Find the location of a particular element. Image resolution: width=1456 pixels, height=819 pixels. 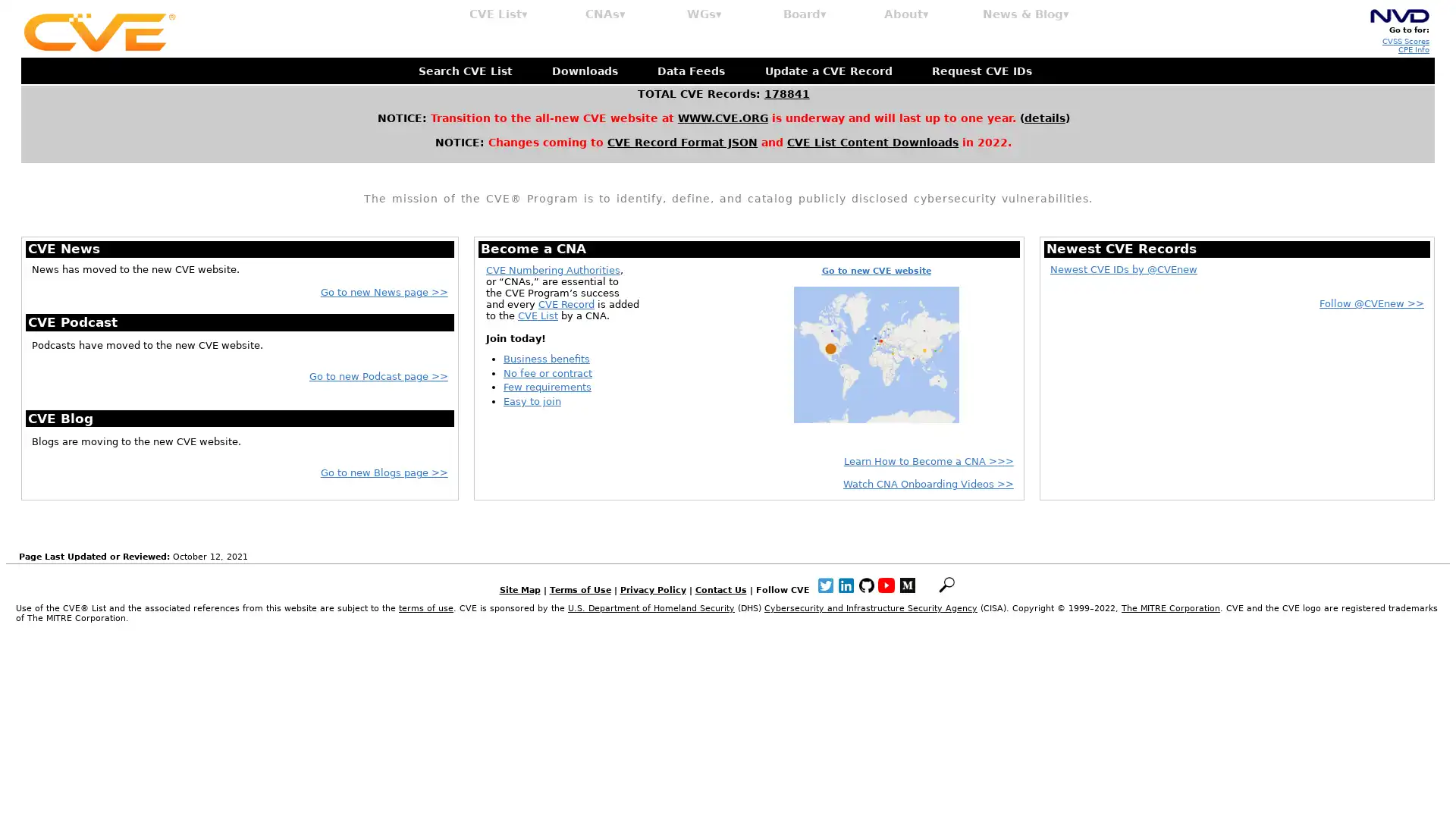

News & Blog is located at coordinates (1026, 14).